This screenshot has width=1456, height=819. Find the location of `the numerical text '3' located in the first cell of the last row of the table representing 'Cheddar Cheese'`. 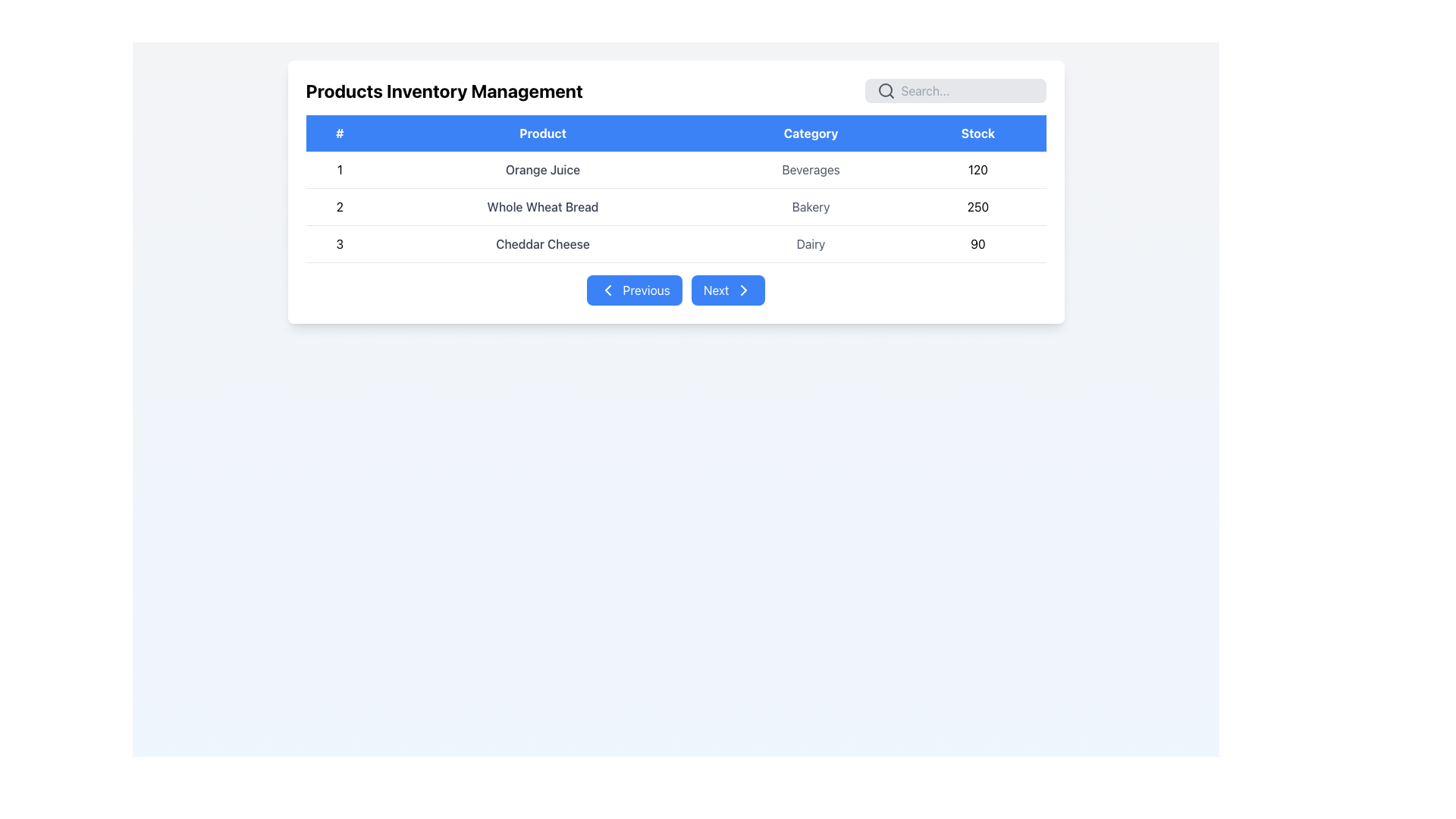

the numerical text '3' located in the first cell of the last row of the table representing 'Cheddar Cheese' is located at coordinates (339, 243).